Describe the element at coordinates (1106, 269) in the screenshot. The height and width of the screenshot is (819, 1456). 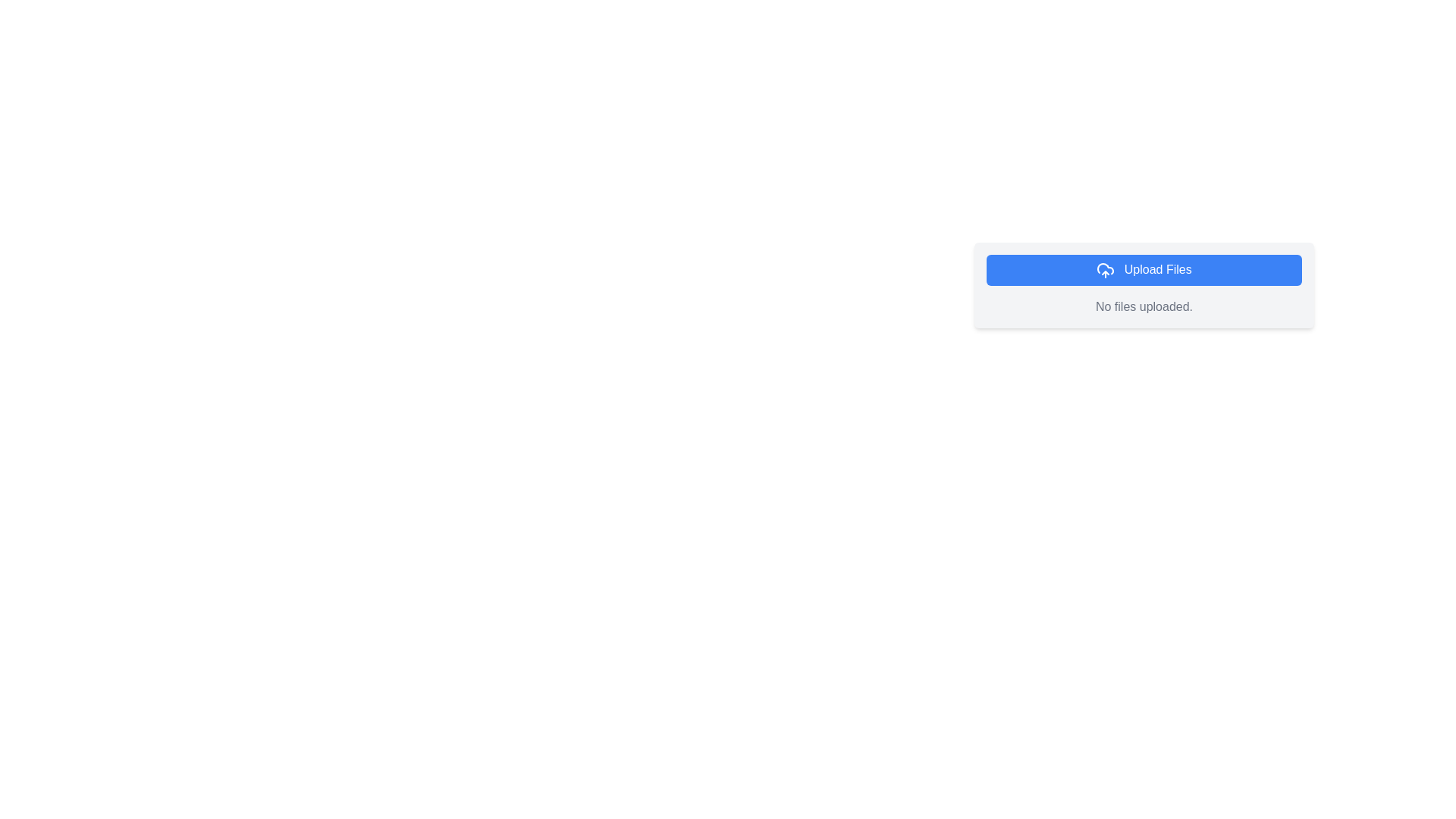
I see `the 'Upload Files' button which contains the icon representing the file upload function, located to its left side` at that location.